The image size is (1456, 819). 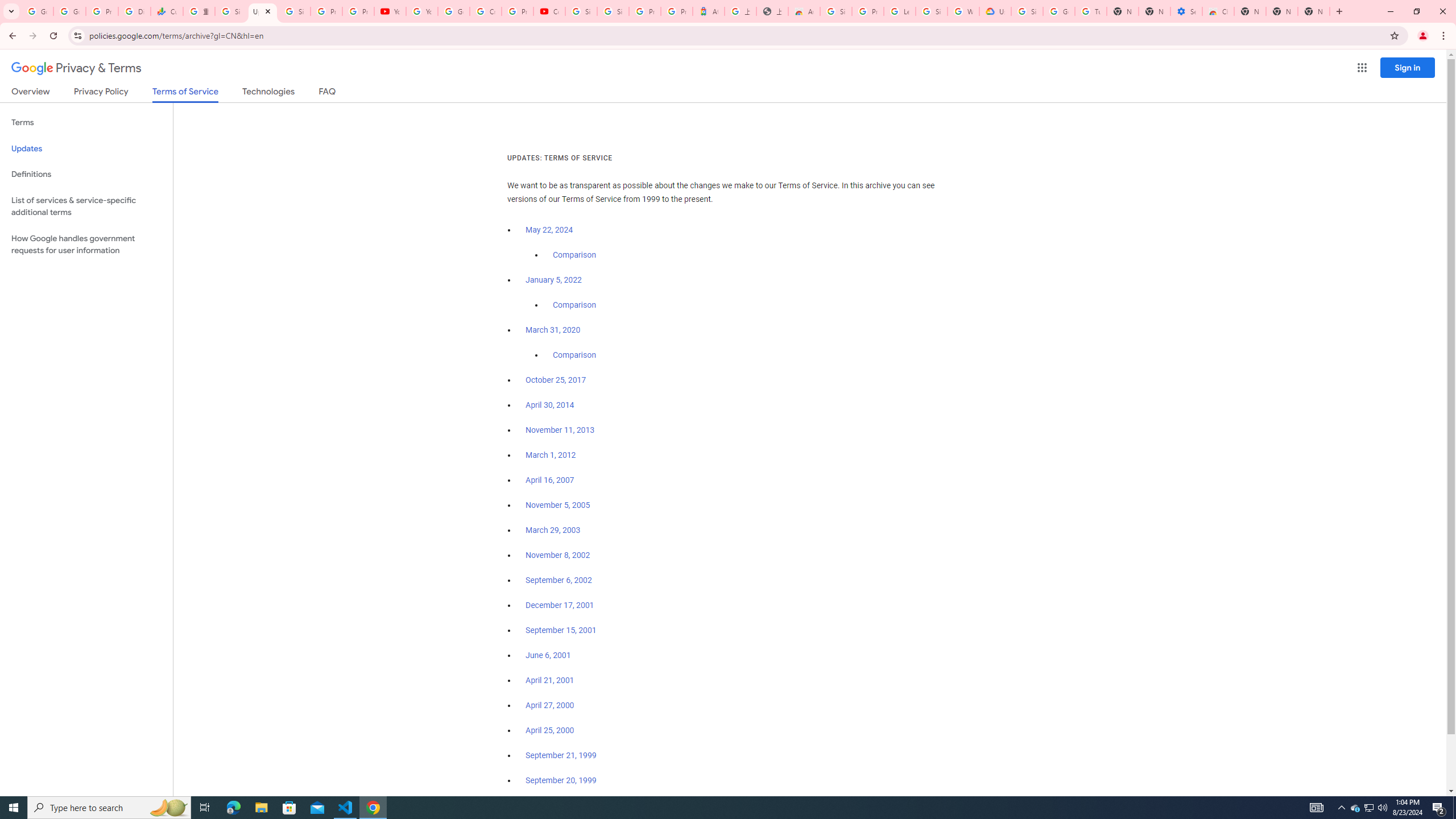 What do you see at coordinates (550, 455) in the screenshot?
I see `'March 1, 2012'` at bounding box center [550, 455].